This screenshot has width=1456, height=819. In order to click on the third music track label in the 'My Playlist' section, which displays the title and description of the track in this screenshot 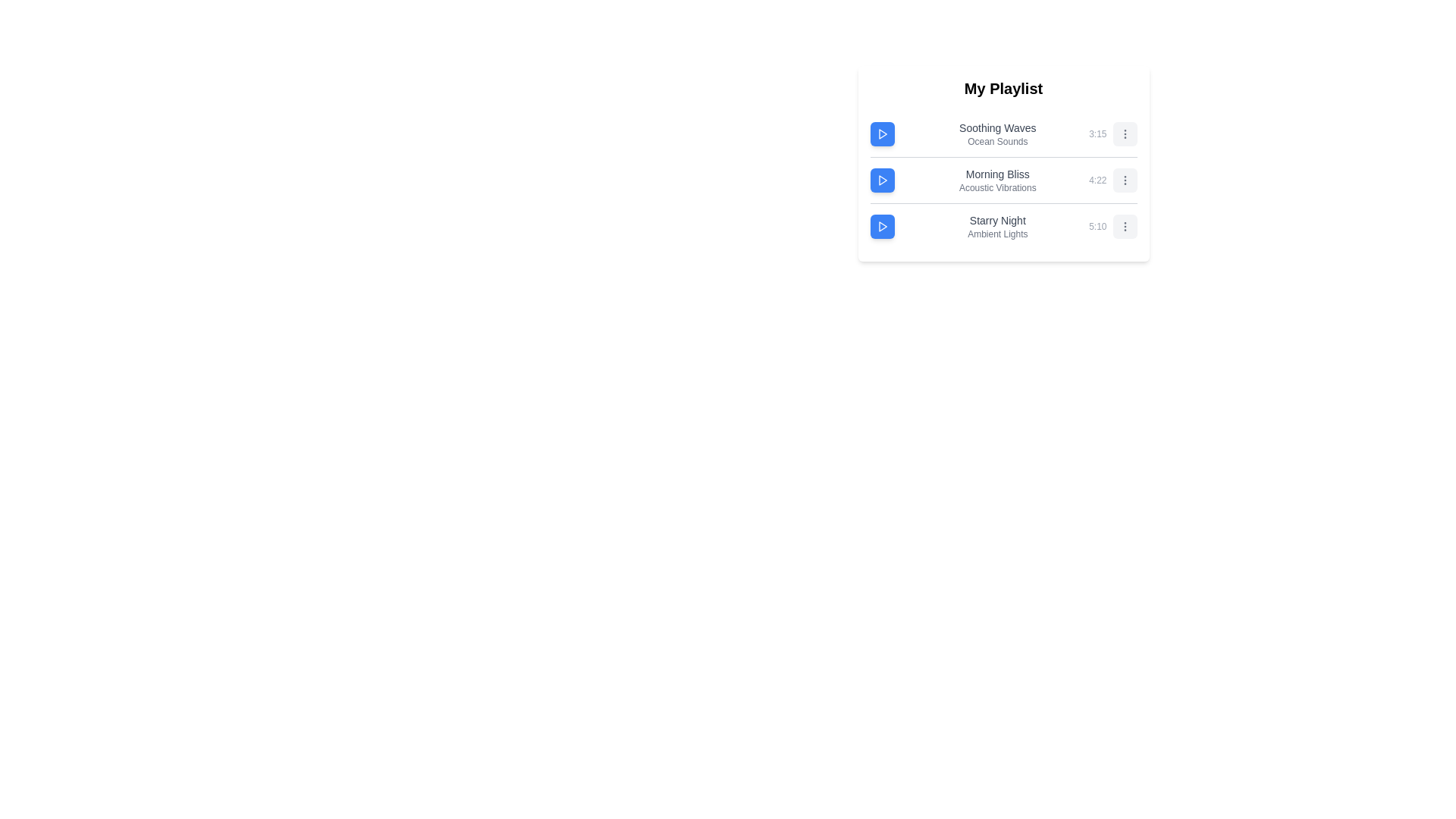, I will do `click(997, 227)`.